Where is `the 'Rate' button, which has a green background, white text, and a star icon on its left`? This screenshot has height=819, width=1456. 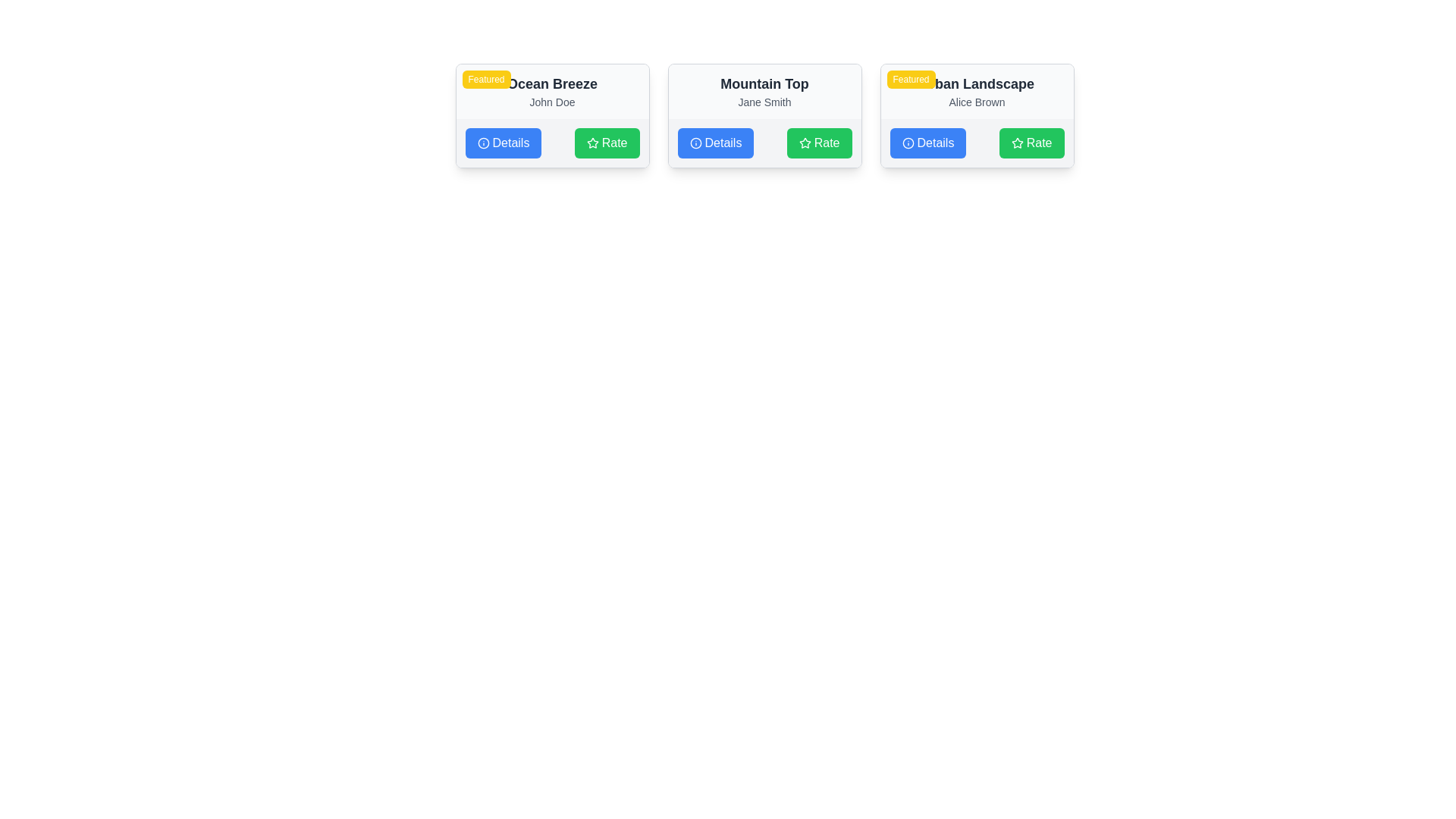 the 'Rate' button, which has a green background, white text, and a star icon on its left is located at coordinates (818, 143).